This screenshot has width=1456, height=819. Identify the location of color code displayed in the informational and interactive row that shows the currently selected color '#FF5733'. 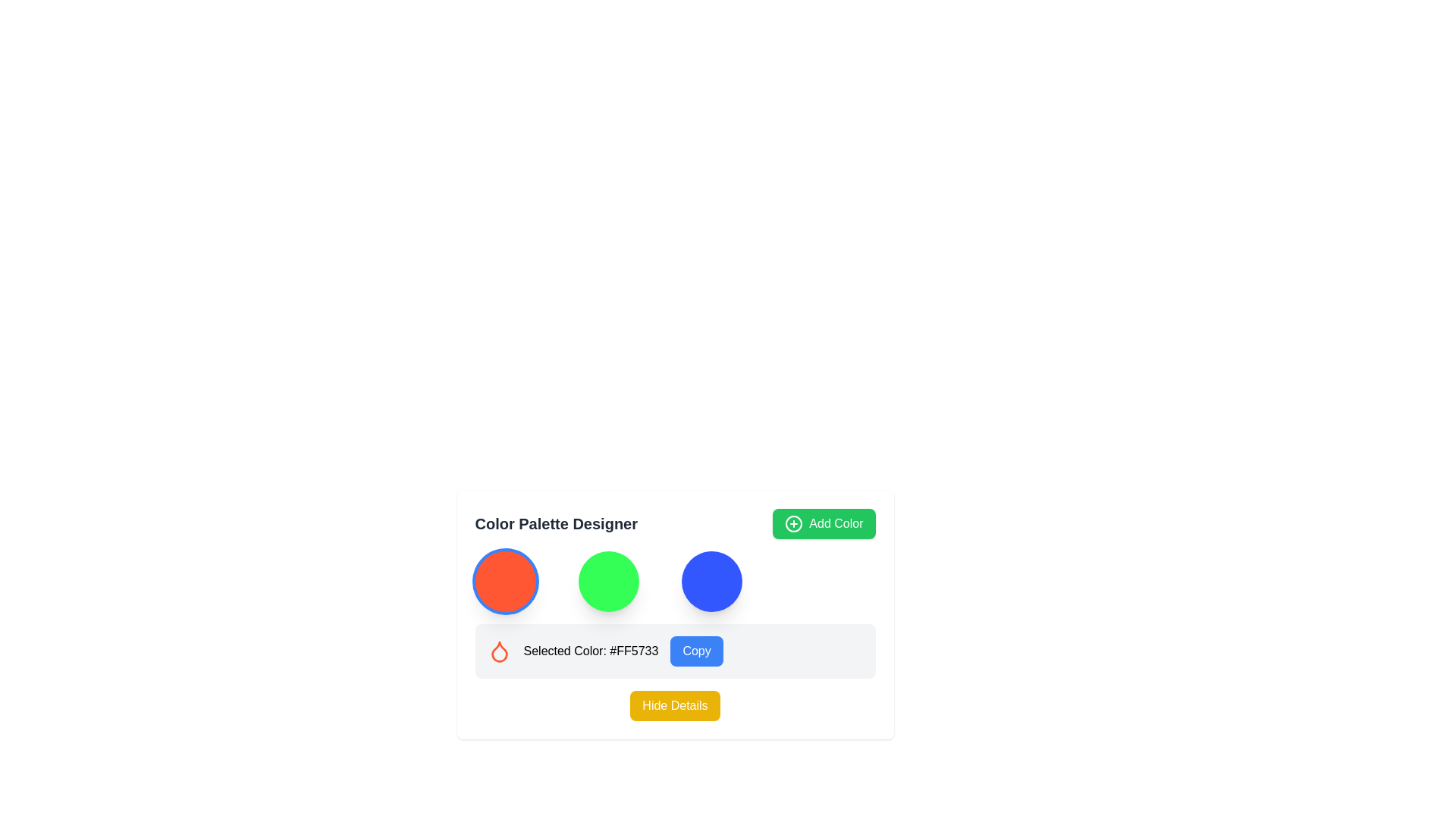
(674, 651).